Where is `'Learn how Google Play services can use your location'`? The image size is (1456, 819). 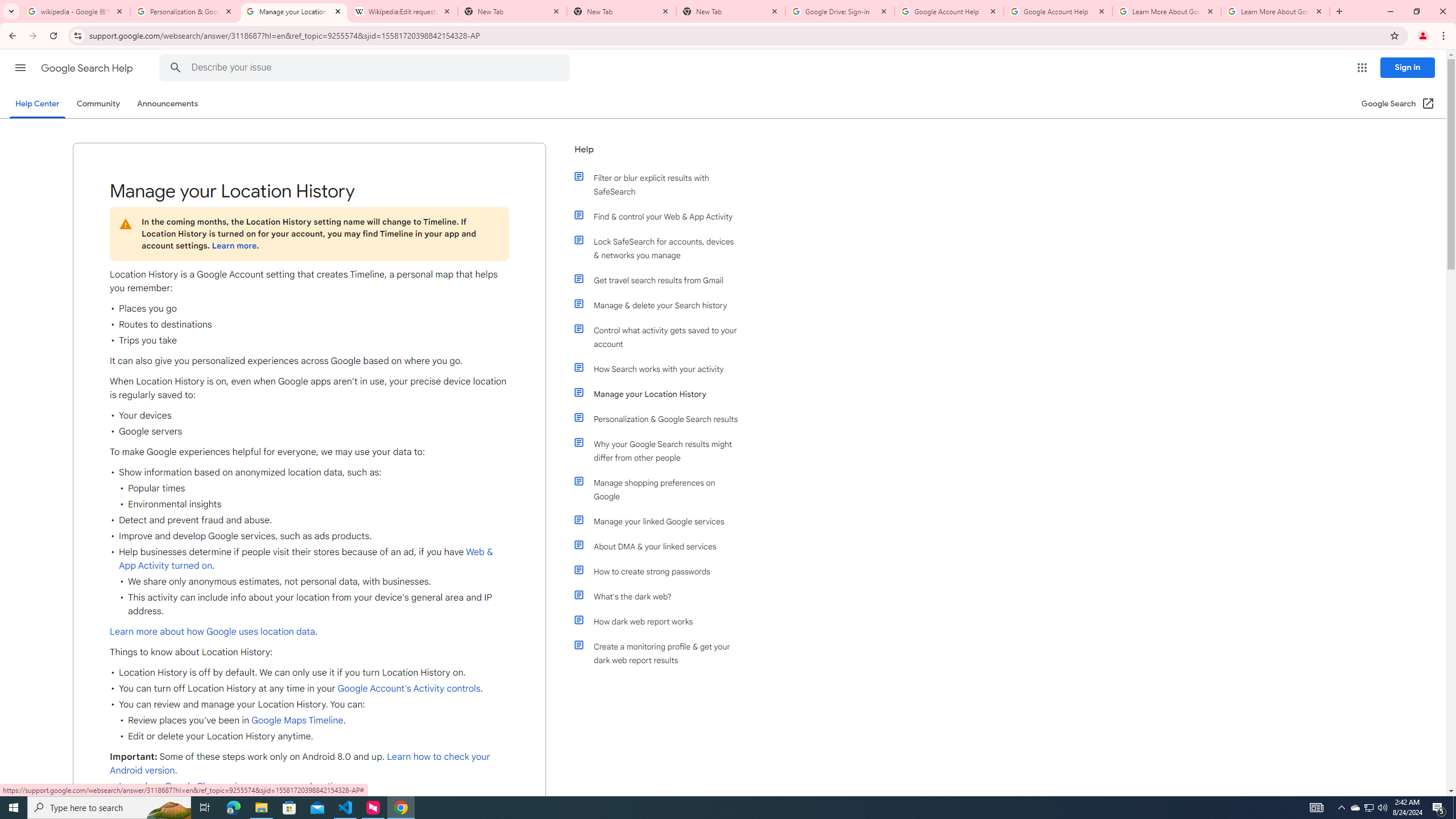
'Learn how Google Play services can use your location' is located at coordinates (231, 786).